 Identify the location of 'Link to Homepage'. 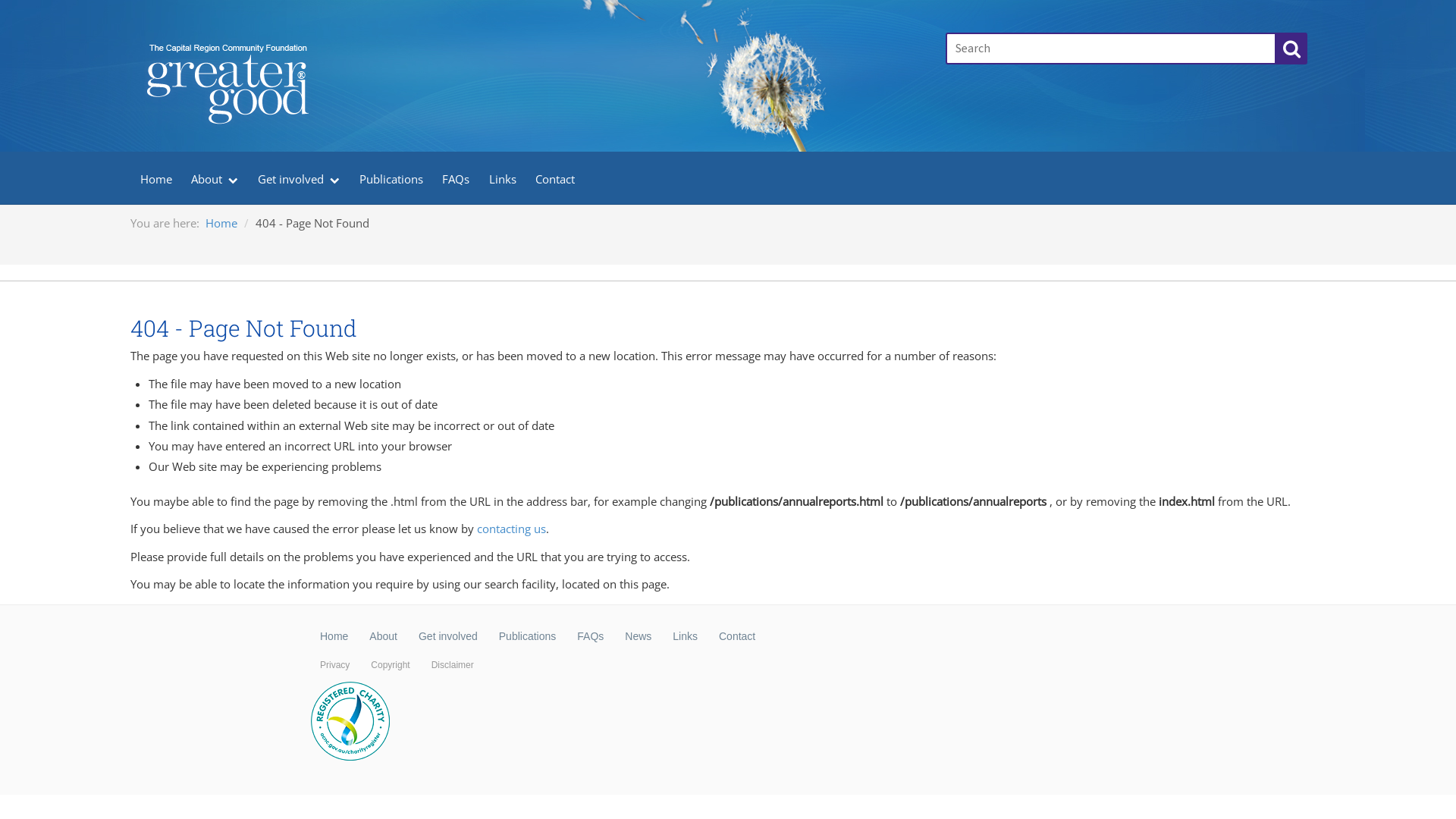
(529, 34).